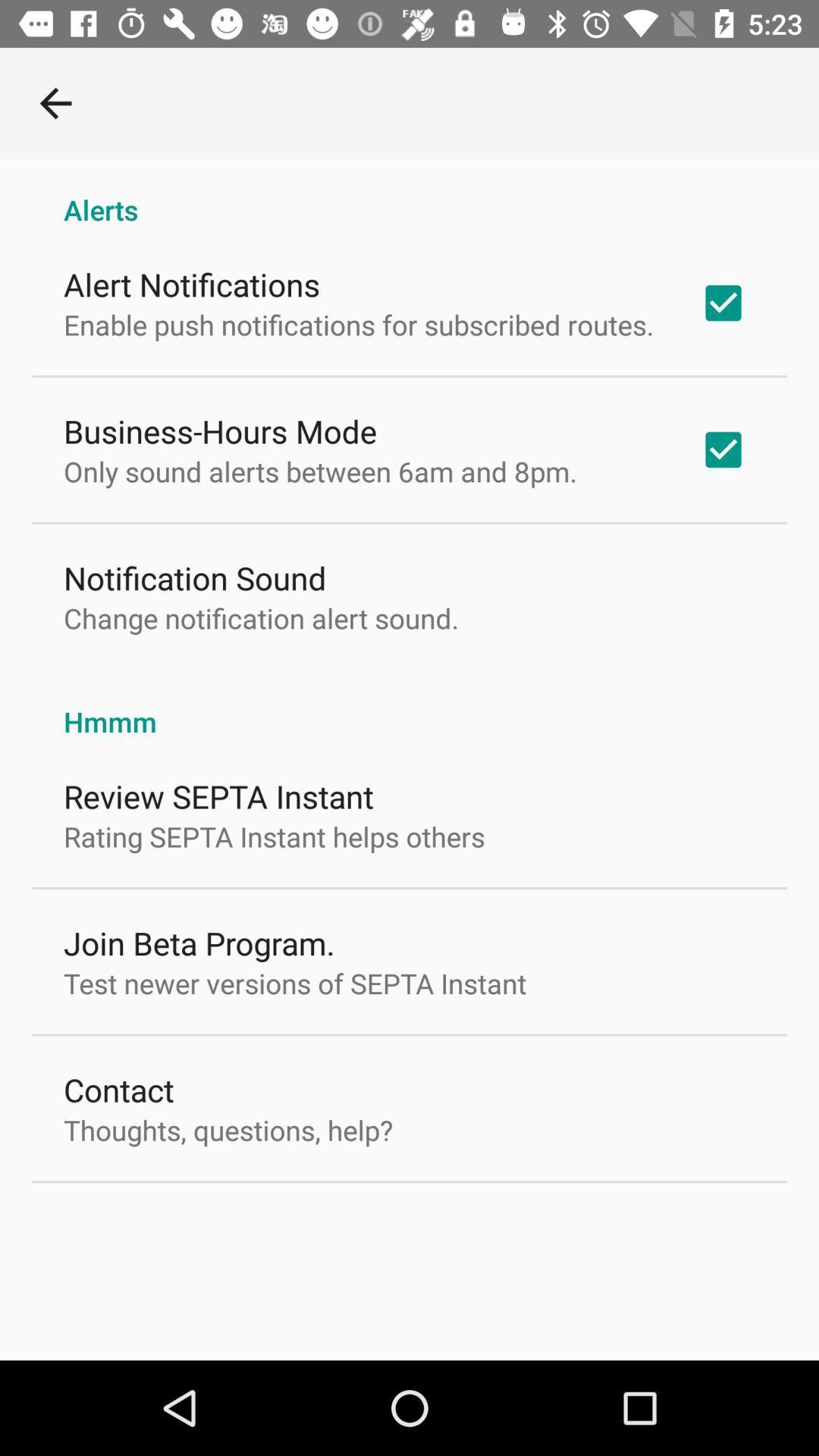  What do you see at coordinates (359, 324) in the screenshot?
I see `item below alert notifications icon` at bounding box center [359, 324].